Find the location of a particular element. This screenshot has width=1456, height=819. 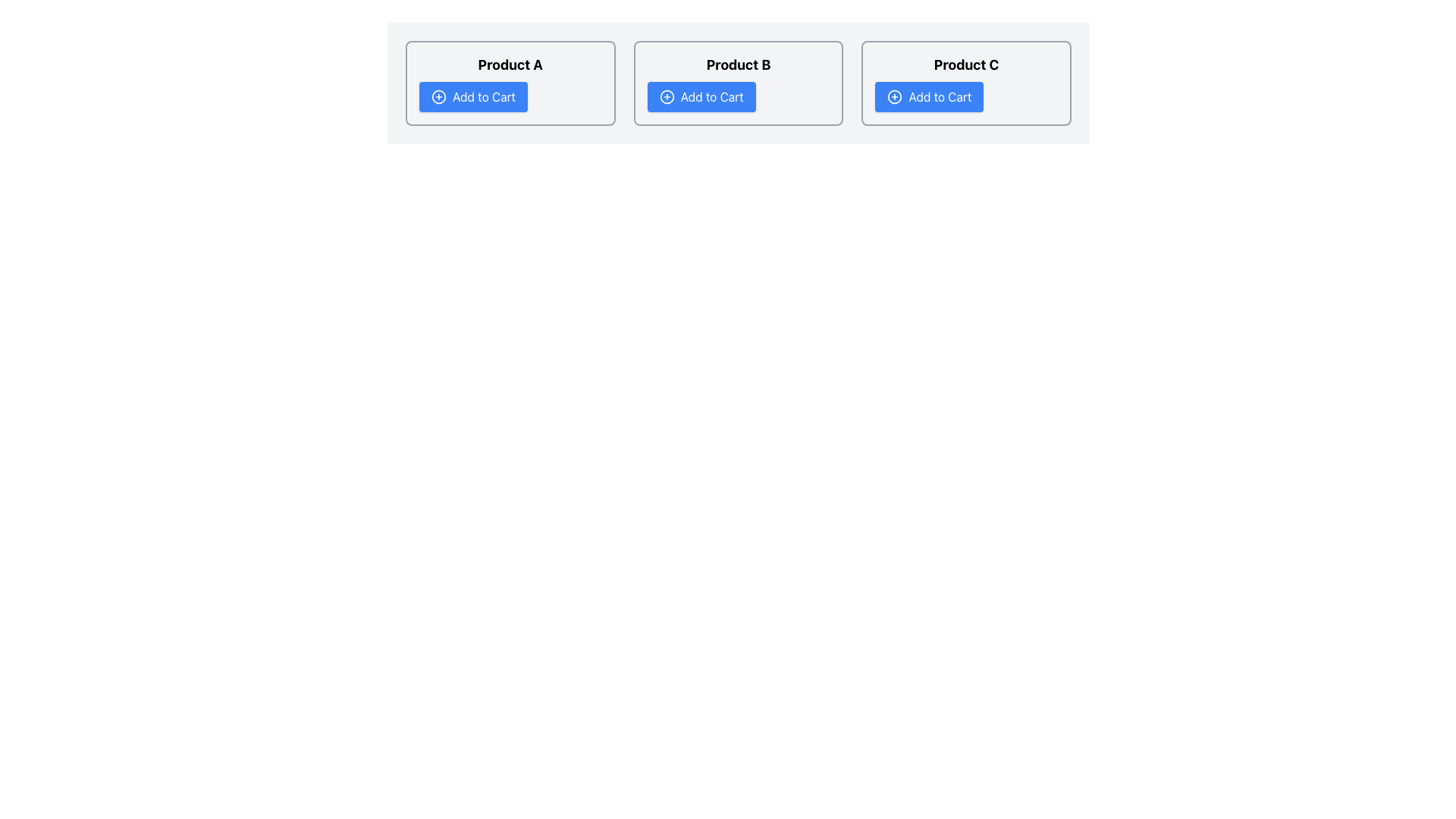

the circular icon located at the center of the 'Add to Cart' button for Product B, which is the middle product in a grid of three is located at coordinates (667, 96).